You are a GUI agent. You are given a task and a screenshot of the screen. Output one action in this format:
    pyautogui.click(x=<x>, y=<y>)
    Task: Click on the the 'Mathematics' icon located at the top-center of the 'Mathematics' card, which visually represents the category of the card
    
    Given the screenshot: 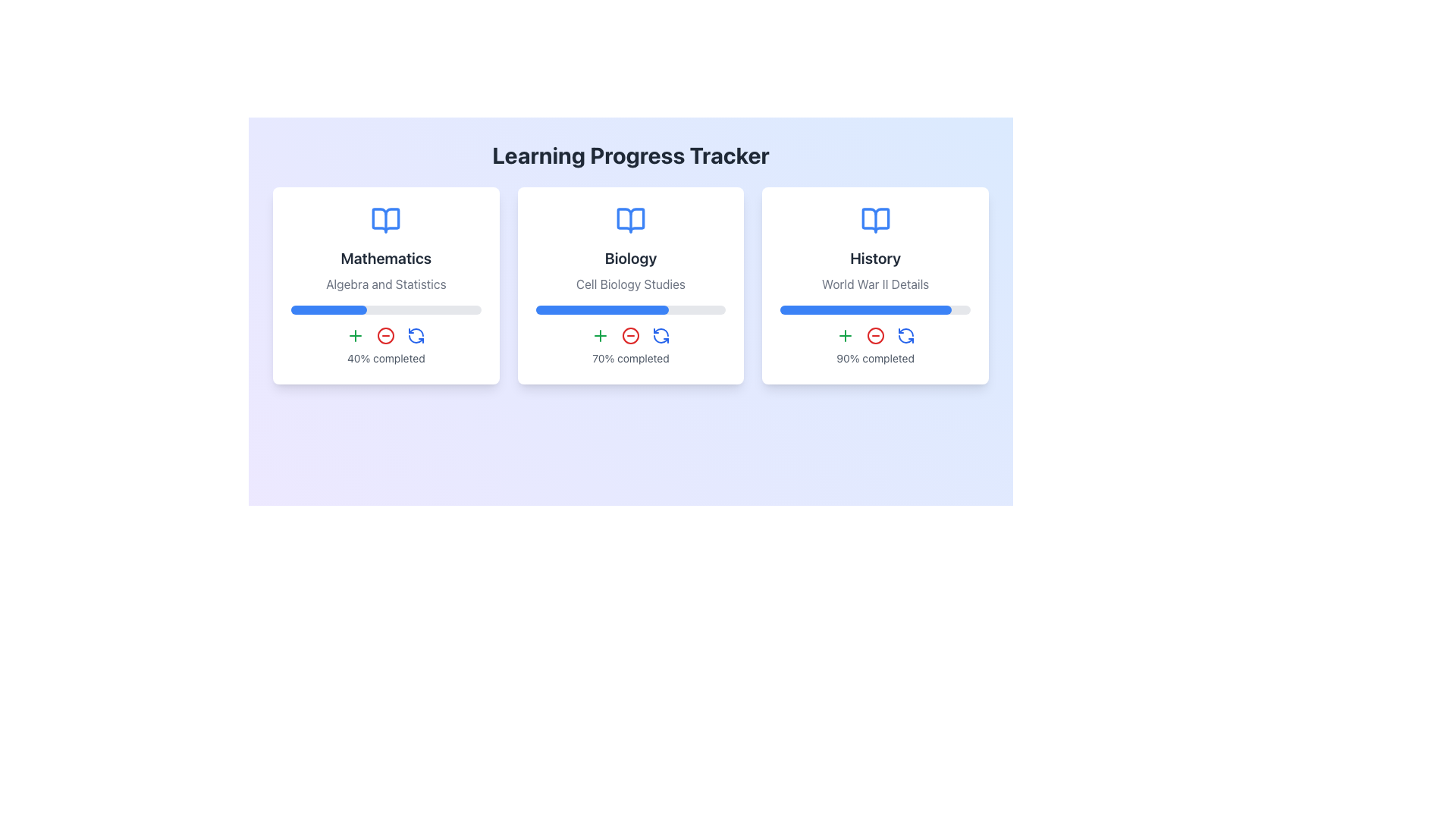 What is the action you would take?
    pyautogui.click(x=386, y=220)
    